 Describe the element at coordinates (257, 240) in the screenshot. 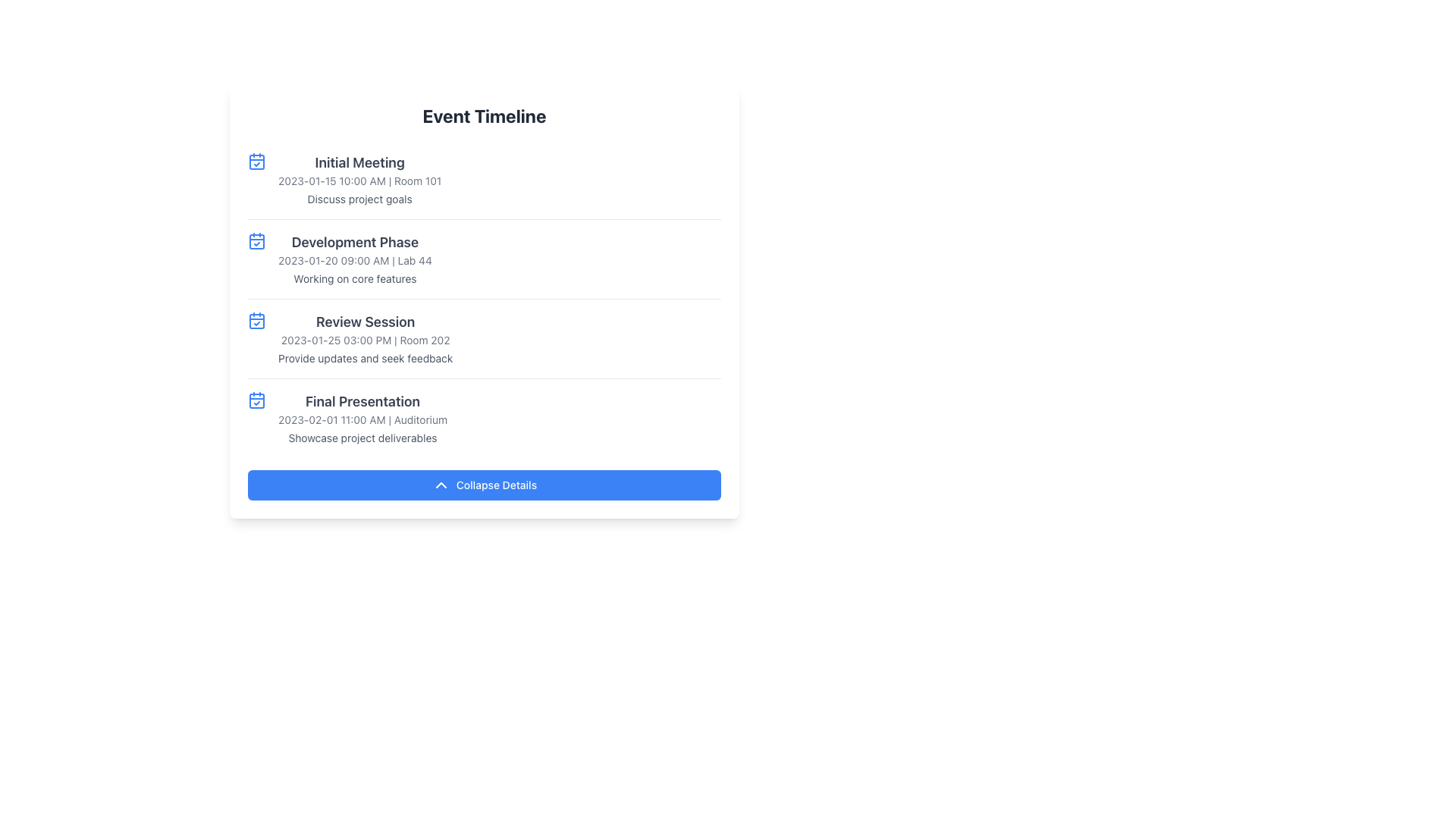

I see `the calendar icon with a checkmark styled in blue, located to the left of the 'Development Phase' text in the 'Event Timeline' section` at that location.